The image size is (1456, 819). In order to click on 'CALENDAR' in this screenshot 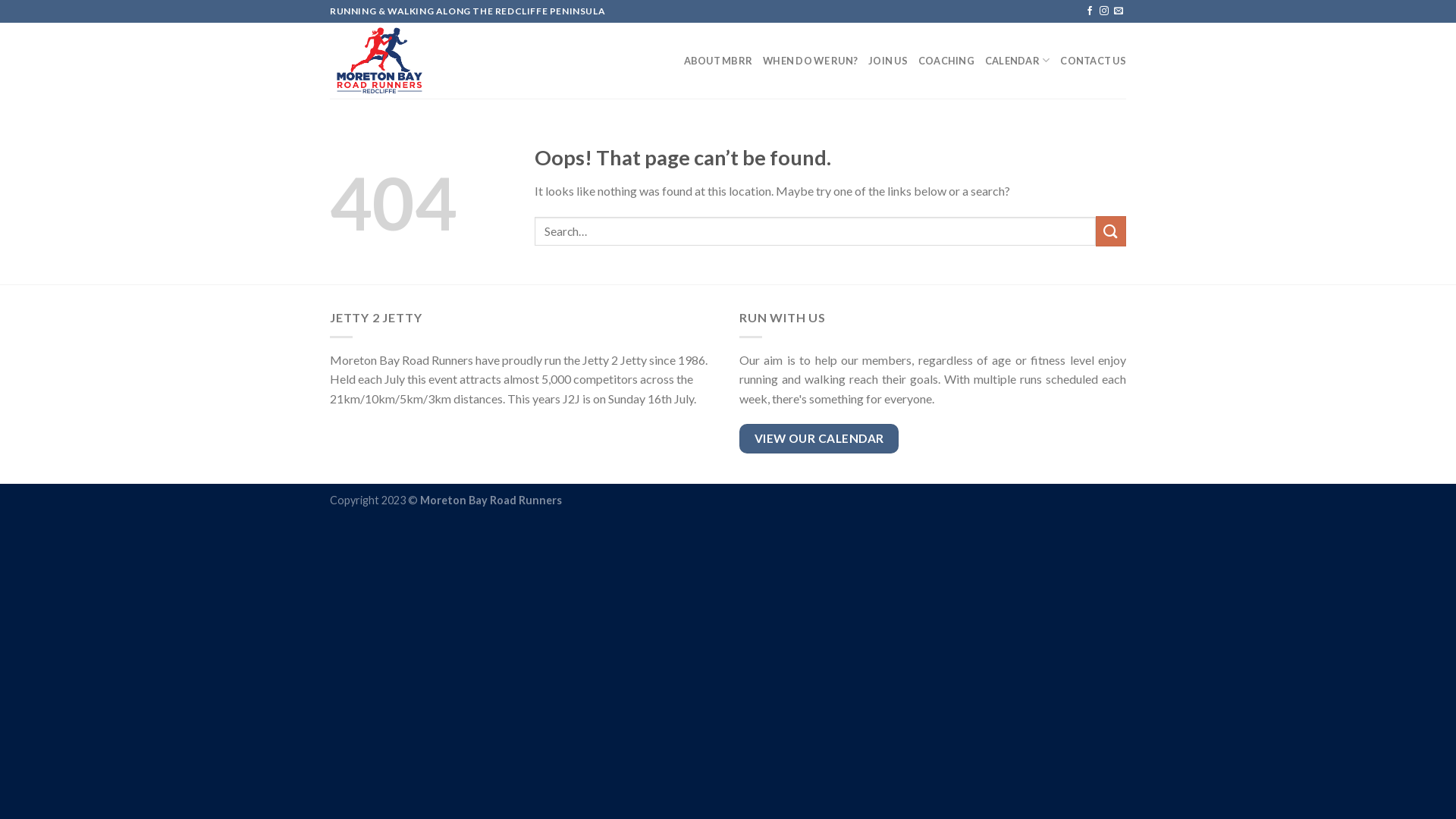, I will do `click(985, 60)`.